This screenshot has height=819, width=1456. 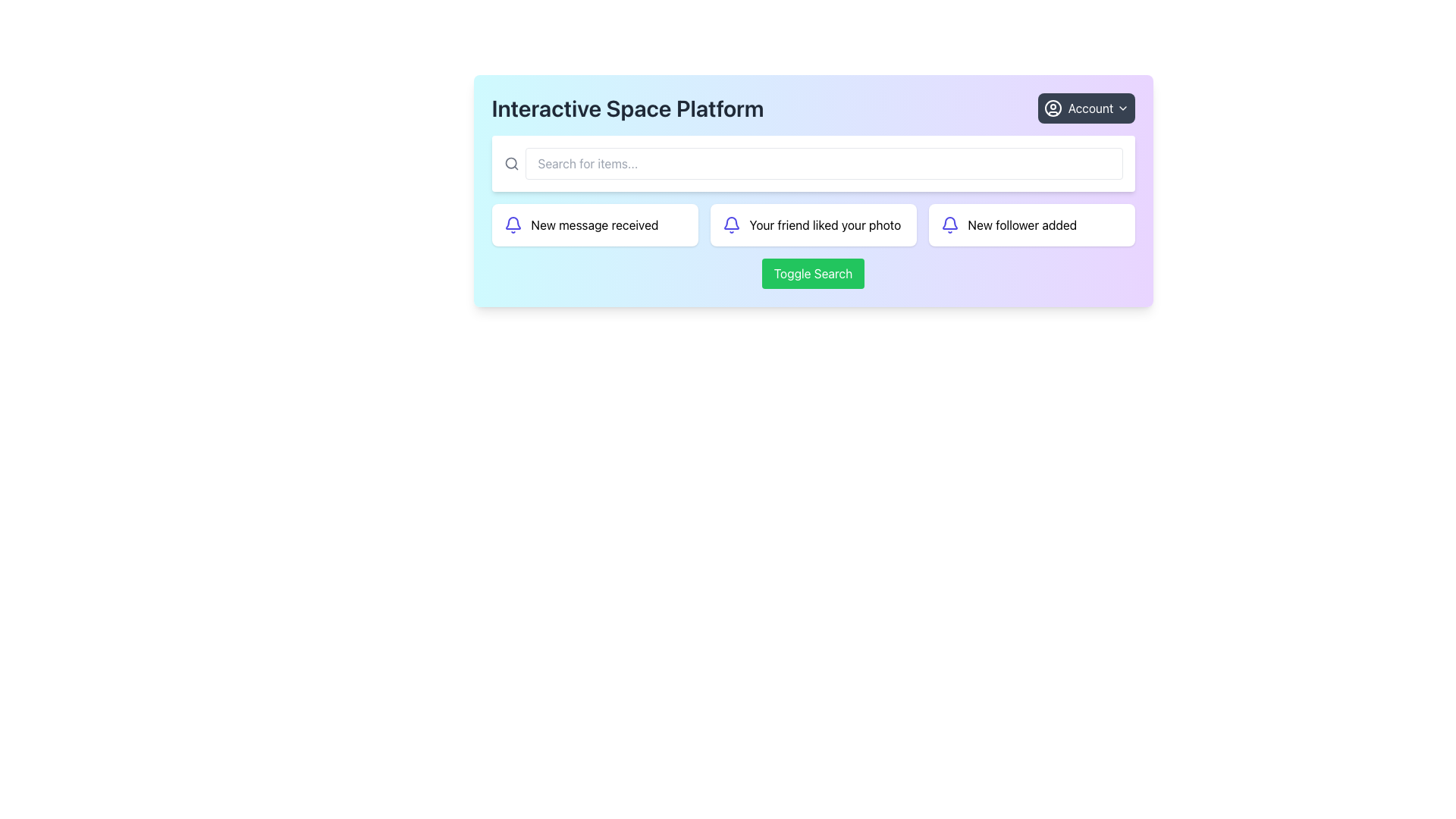 What do you see at coordinates (1031, 225) in the screenshot?
I see `message content of the Notification block displaying 'New follower added', which is the third item in a horizontal row of notifications` at bounding box center [1031, 225].